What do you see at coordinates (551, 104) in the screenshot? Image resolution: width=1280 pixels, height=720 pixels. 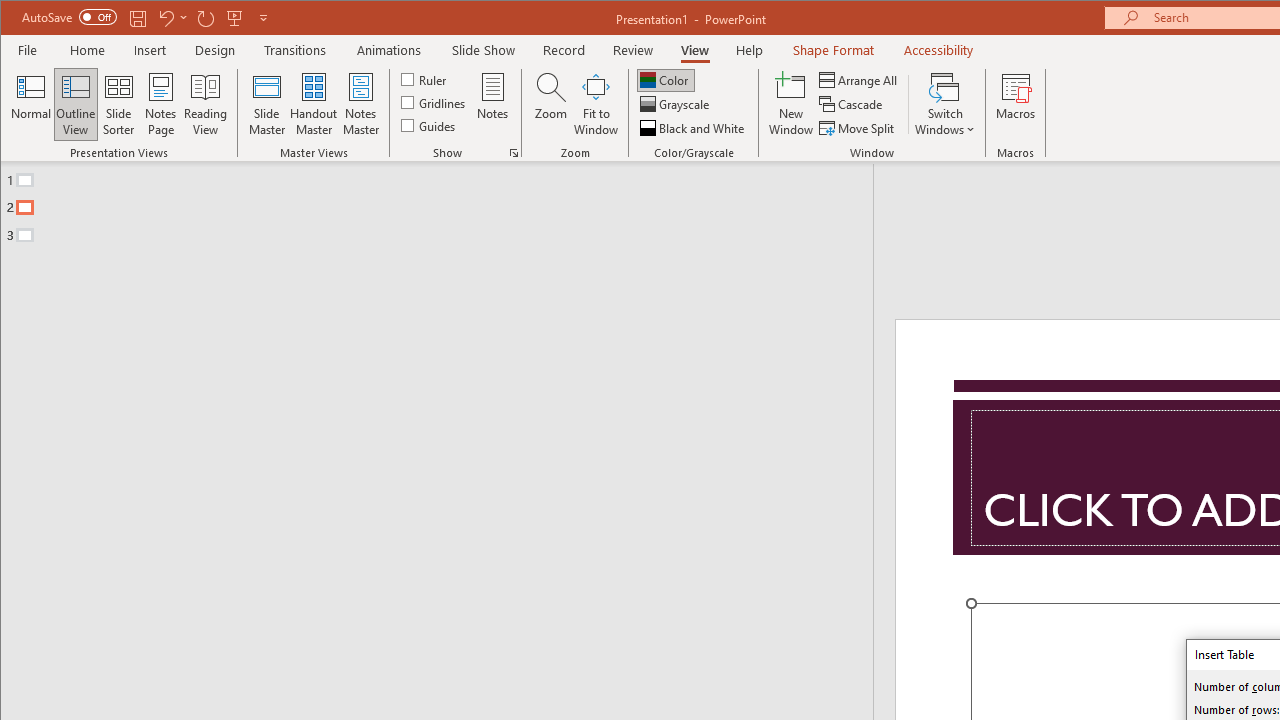 I see `'Zoom...'` at bounding box center [551, 104].